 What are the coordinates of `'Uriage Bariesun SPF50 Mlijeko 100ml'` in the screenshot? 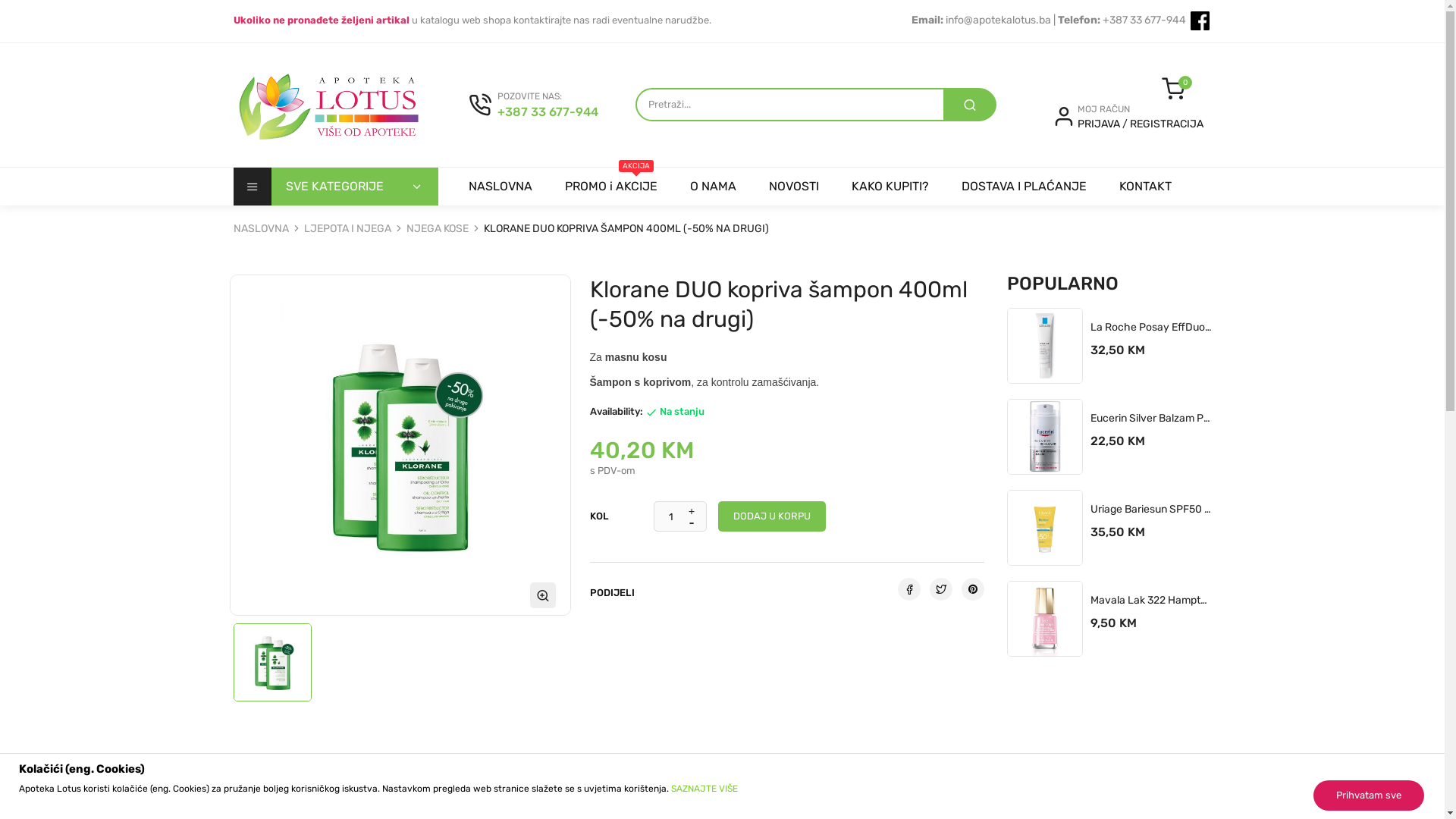 It's located at (1090, 510).